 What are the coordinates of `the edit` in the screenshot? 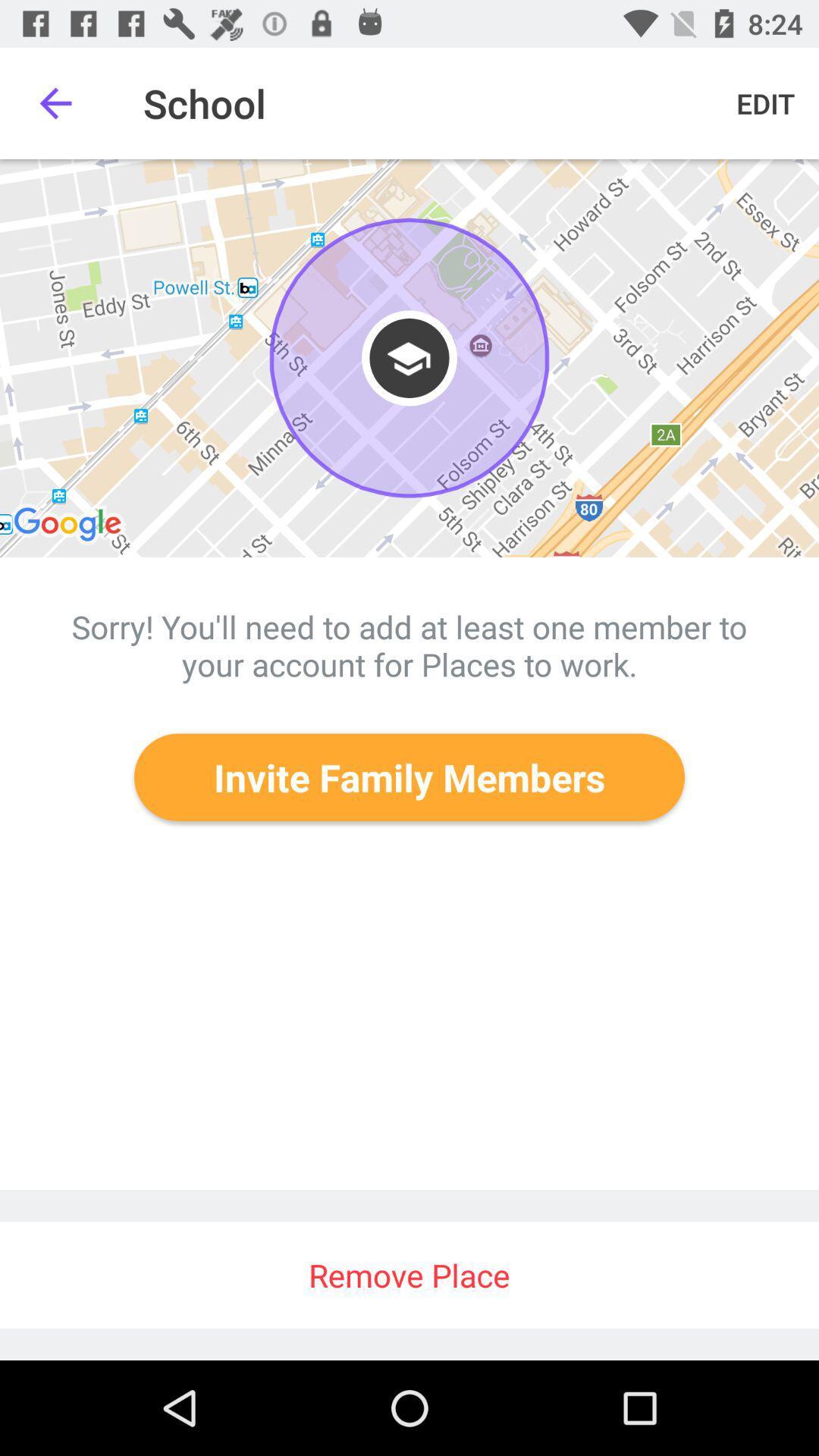 It's located at (765, 102).